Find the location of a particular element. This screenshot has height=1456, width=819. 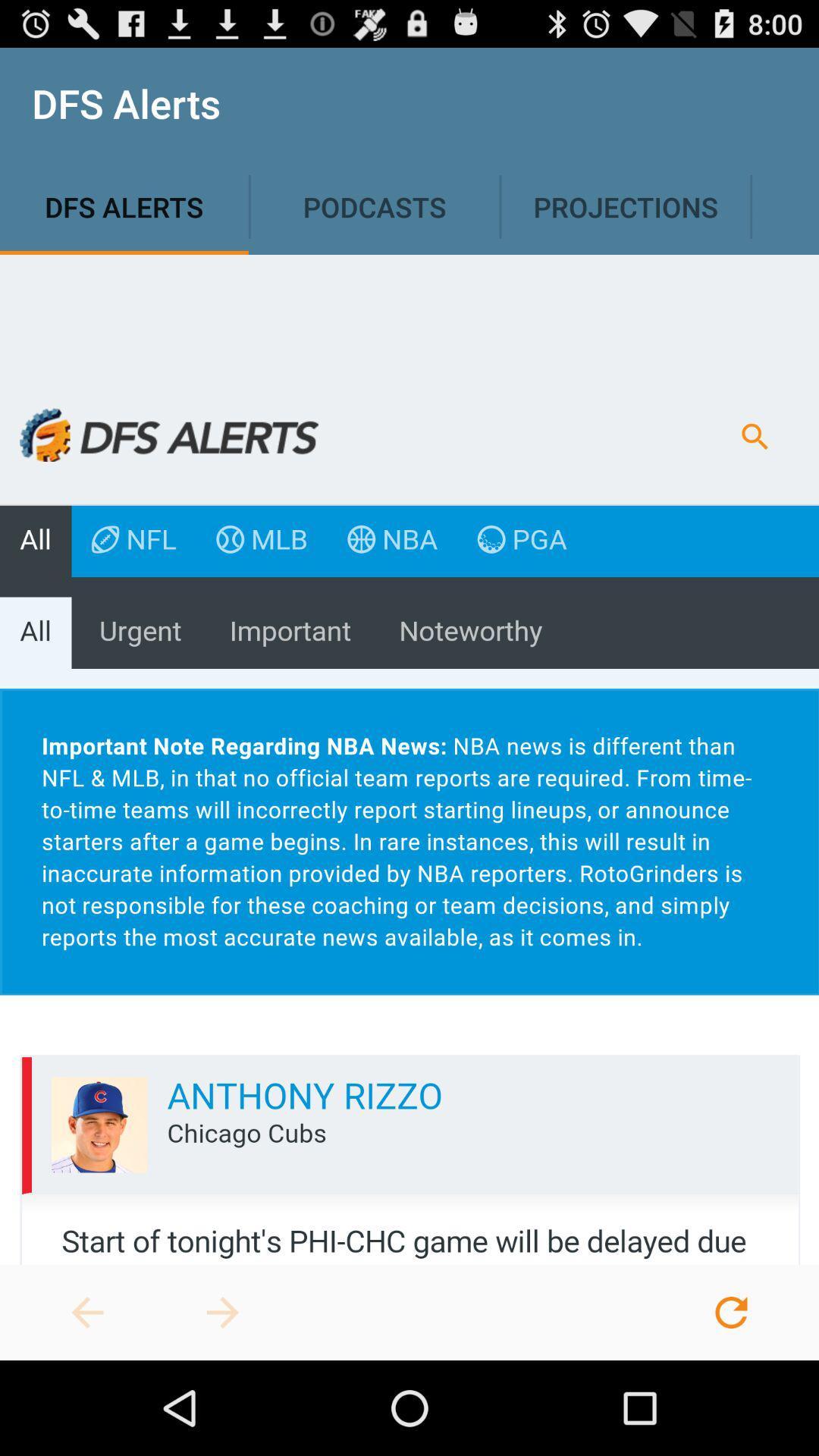

refresh page is located at coordinates (730, 1312).